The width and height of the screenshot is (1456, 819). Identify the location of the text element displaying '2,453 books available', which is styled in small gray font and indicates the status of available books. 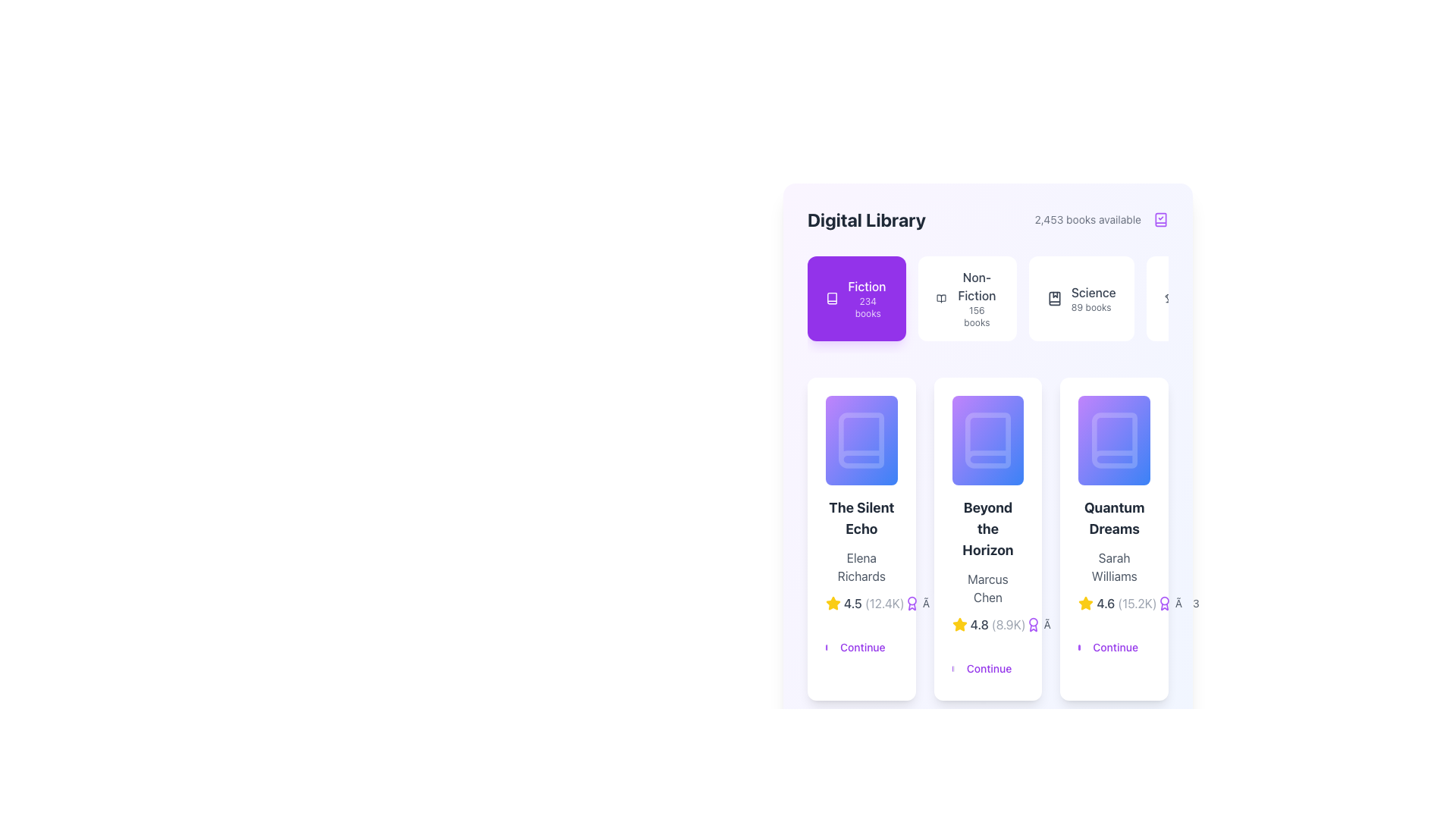
(1087, 219).